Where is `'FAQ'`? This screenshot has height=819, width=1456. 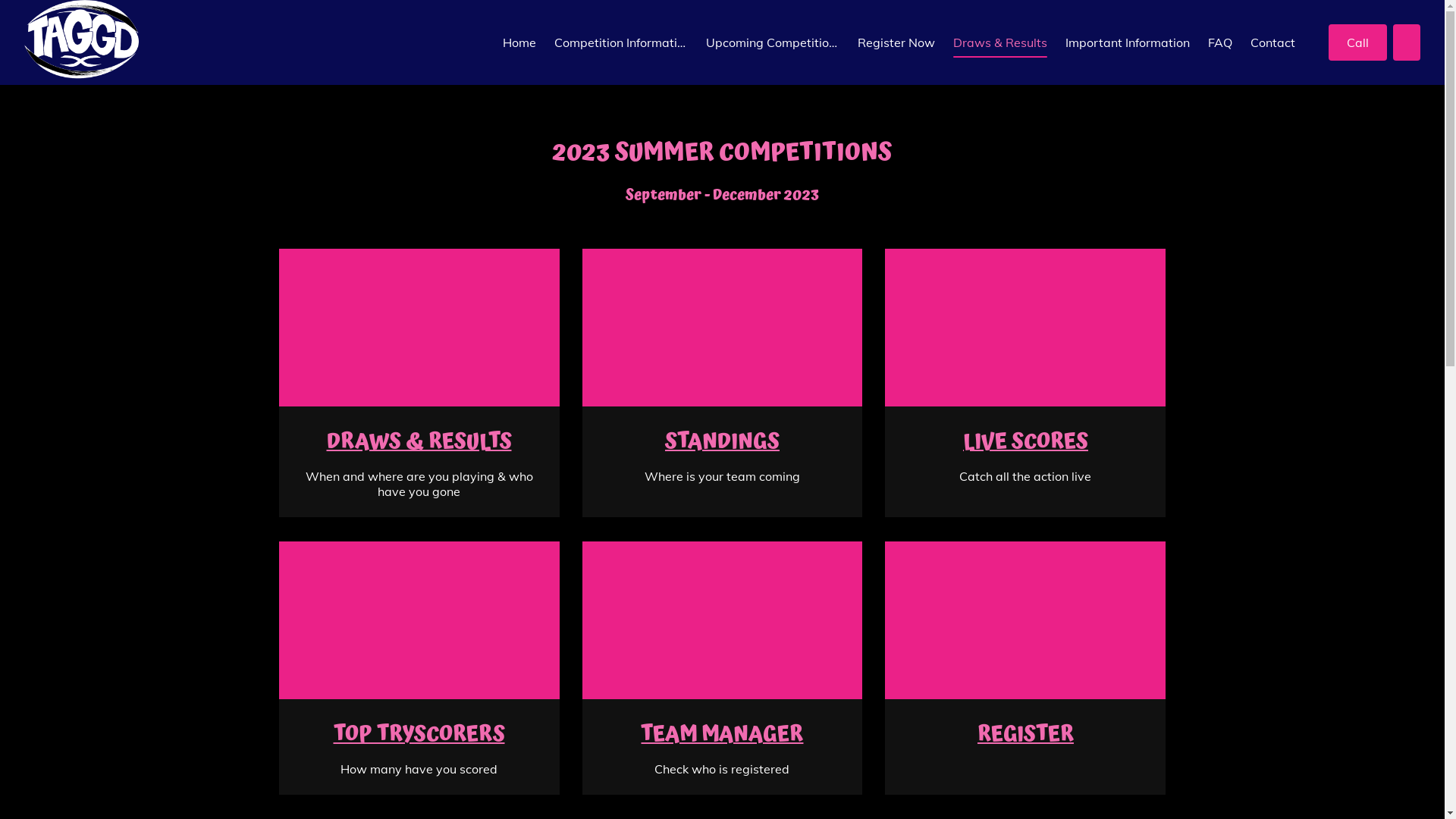 'FAQ' is located at coordinates (1197, 42).